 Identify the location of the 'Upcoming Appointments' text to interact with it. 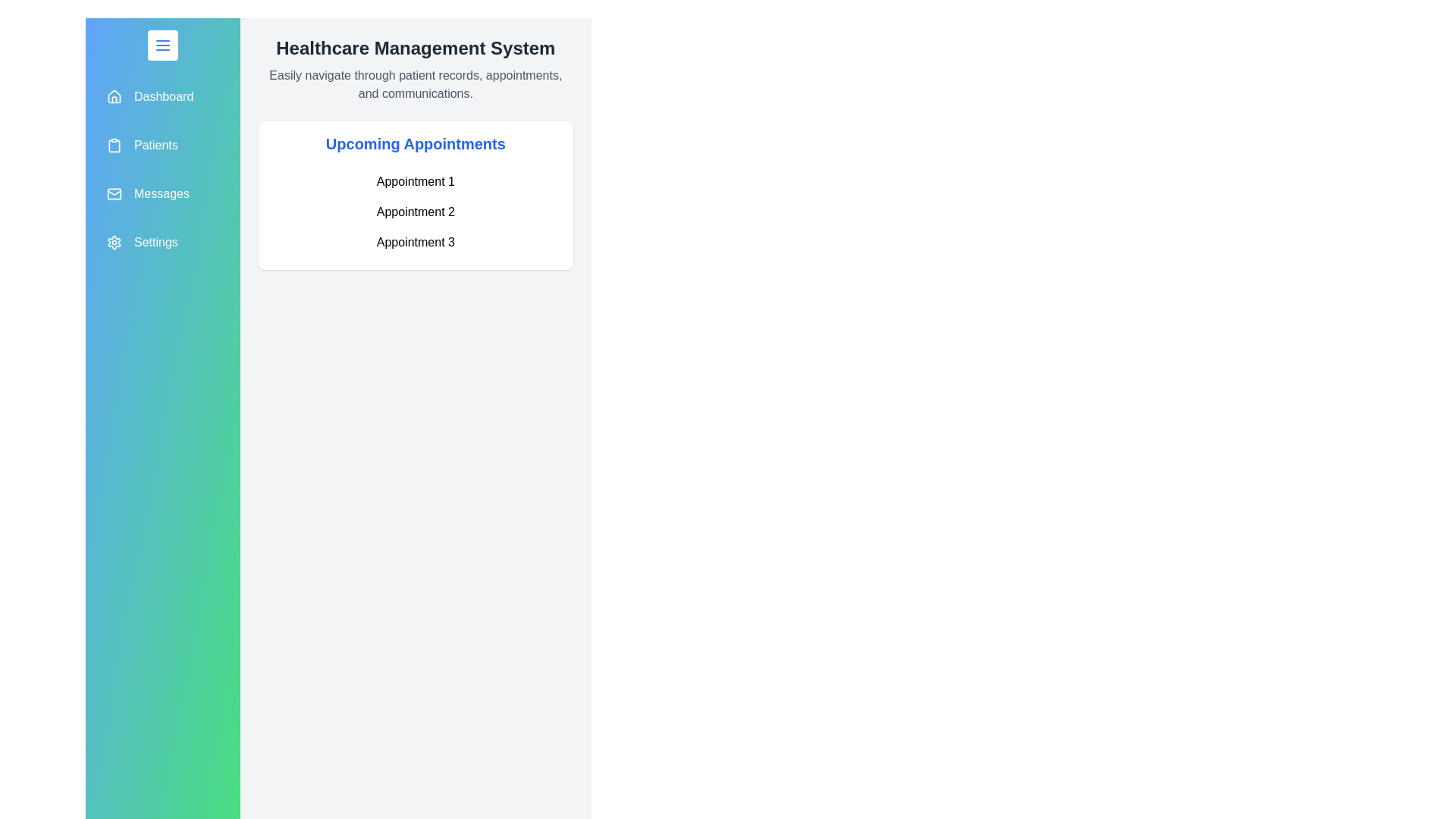
(415, 143).